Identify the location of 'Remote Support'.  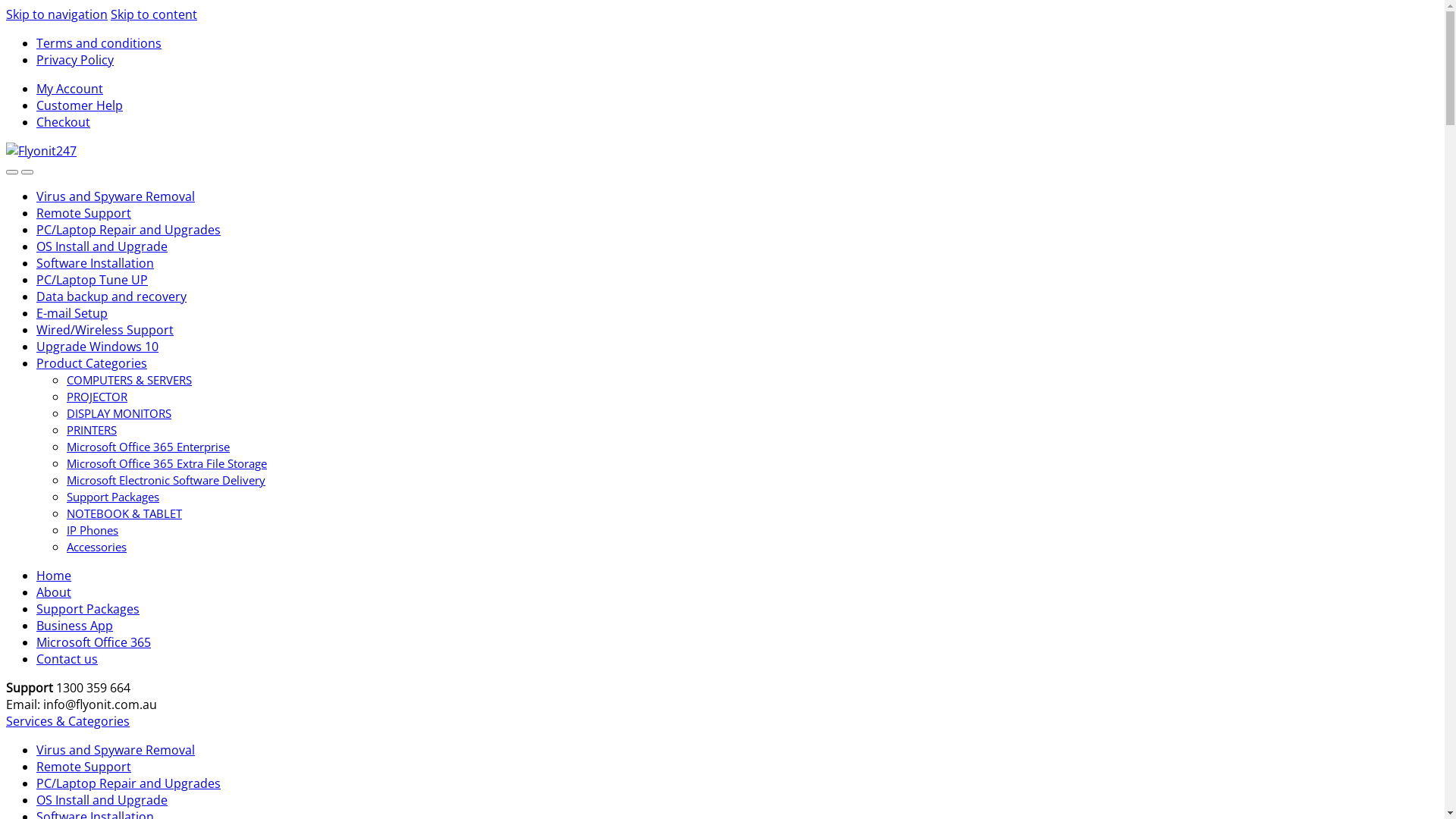
(83, 766).